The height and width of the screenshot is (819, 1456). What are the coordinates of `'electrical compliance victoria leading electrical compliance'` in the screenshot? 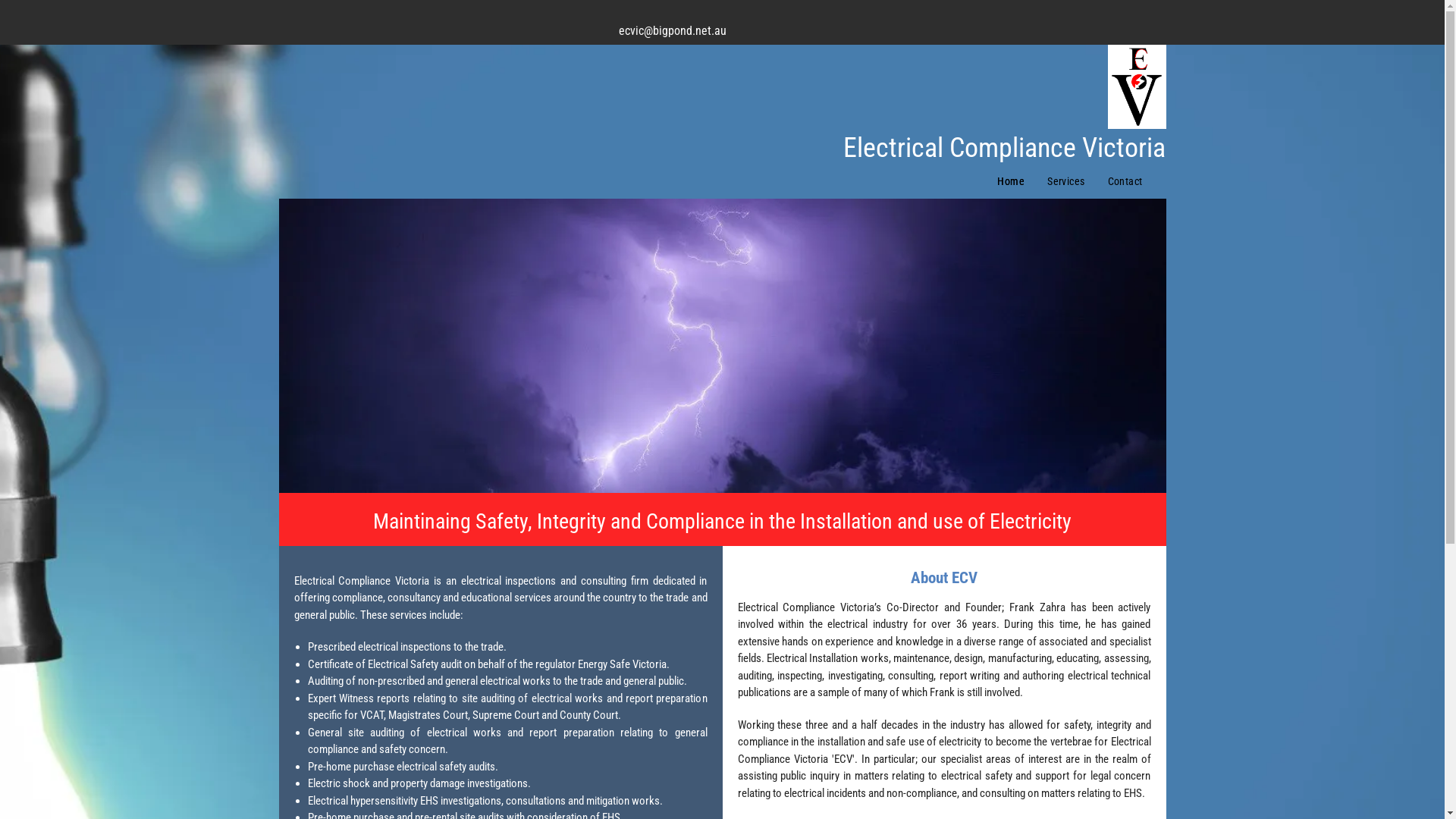 It's located at (722, 345).